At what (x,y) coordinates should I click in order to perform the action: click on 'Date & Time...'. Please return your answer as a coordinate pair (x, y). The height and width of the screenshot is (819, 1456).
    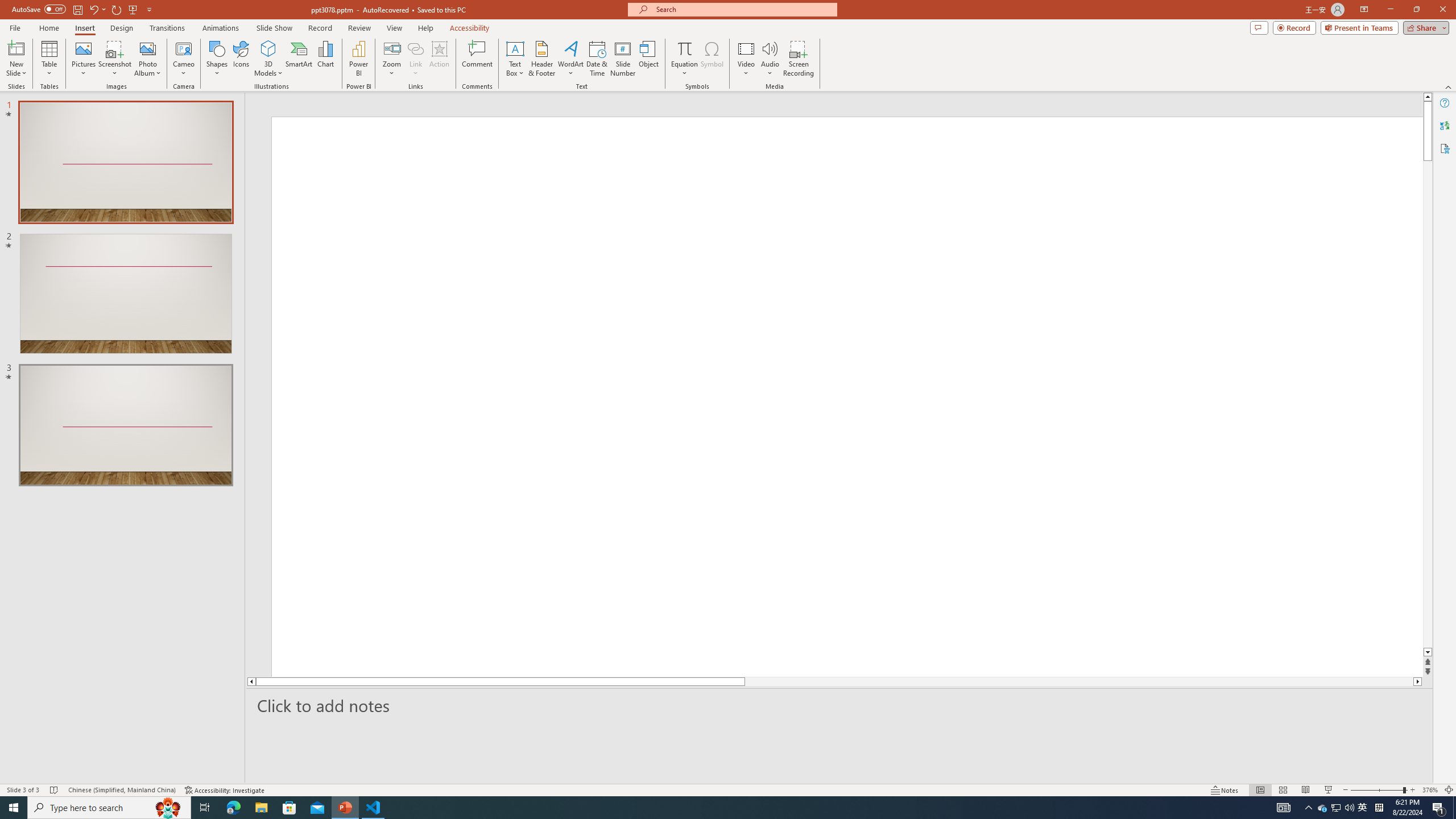
    Looking at the image, I should click on (596, 59).